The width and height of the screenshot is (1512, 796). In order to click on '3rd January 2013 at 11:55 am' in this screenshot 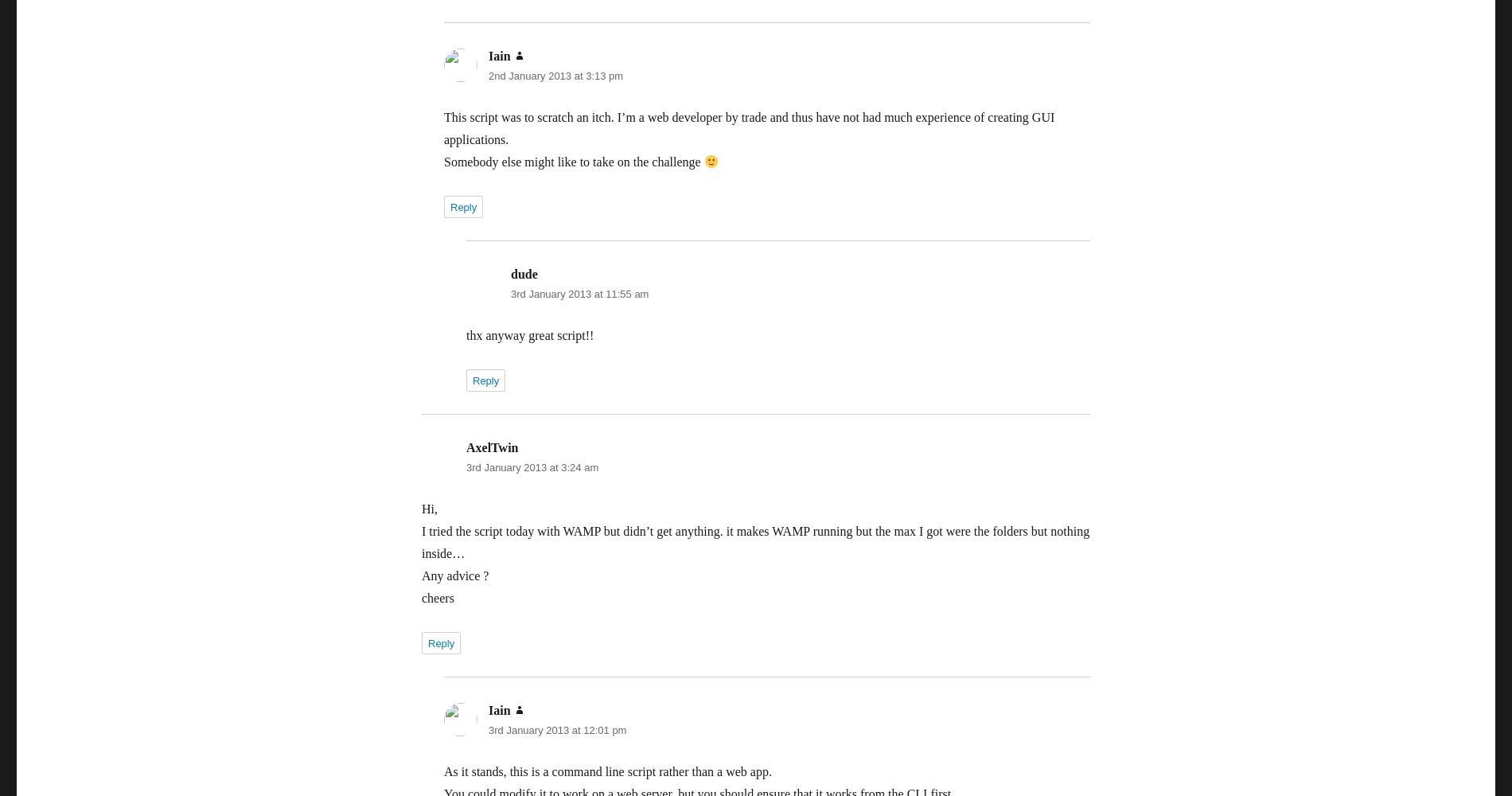, I will do `click(579, 293)`.